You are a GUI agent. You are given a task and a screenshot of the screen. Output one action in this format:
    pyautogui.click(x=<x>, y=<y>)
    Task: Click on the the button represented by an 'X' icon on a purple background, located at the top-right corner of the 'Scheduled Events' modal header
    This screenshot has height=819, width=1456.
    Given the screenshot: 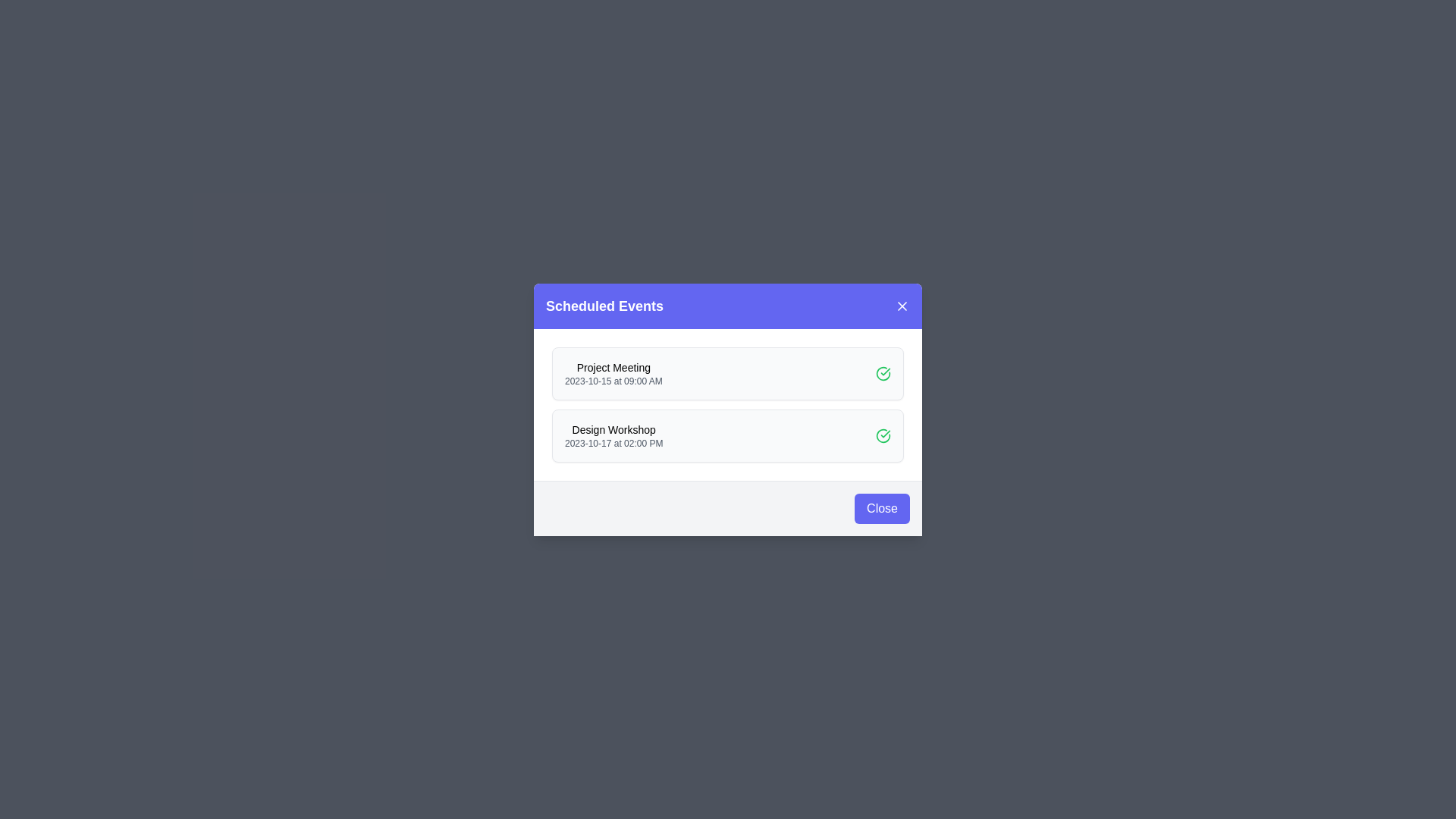 What is the action you would take?
    pyautogui.click(x=902, y=306)
    